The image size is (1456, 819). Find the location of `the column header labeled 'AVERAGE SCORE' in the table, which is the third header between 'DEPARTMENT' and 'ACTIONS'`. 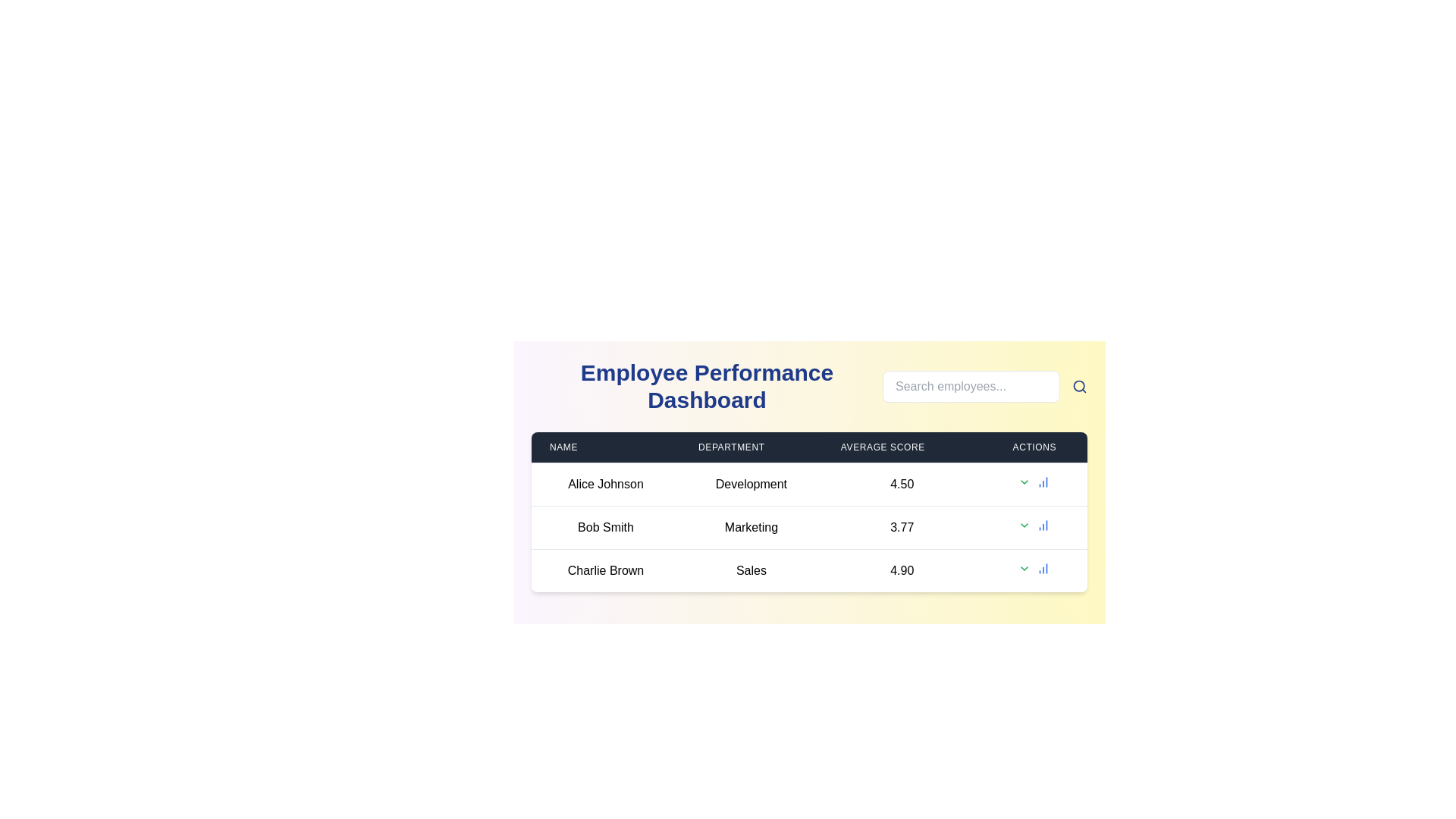

the column header labeled 'AVERAGE SCORE' in the table, which is the third header between 'DEPARTMENT' and 'ACTIONS' is located at coordinates (902, 447).